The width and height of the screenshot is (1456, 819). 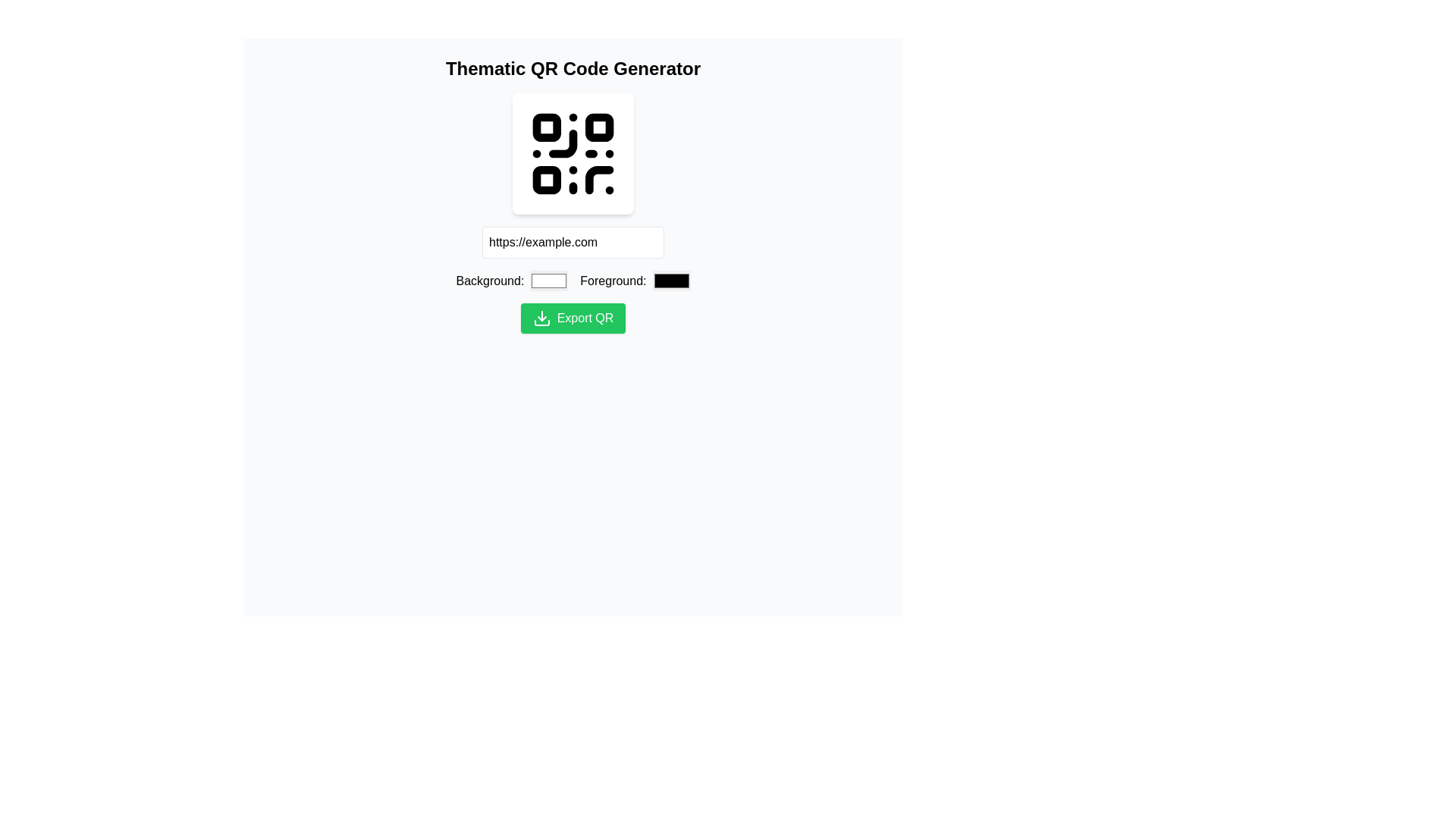 What do you see at coordinates (613, 281) in the screenshot?
I see `the text label displaying 'Foreground:' which is located to the left of the color picker and to the right of the 'Background' text field` at bounding box center [613, 281].